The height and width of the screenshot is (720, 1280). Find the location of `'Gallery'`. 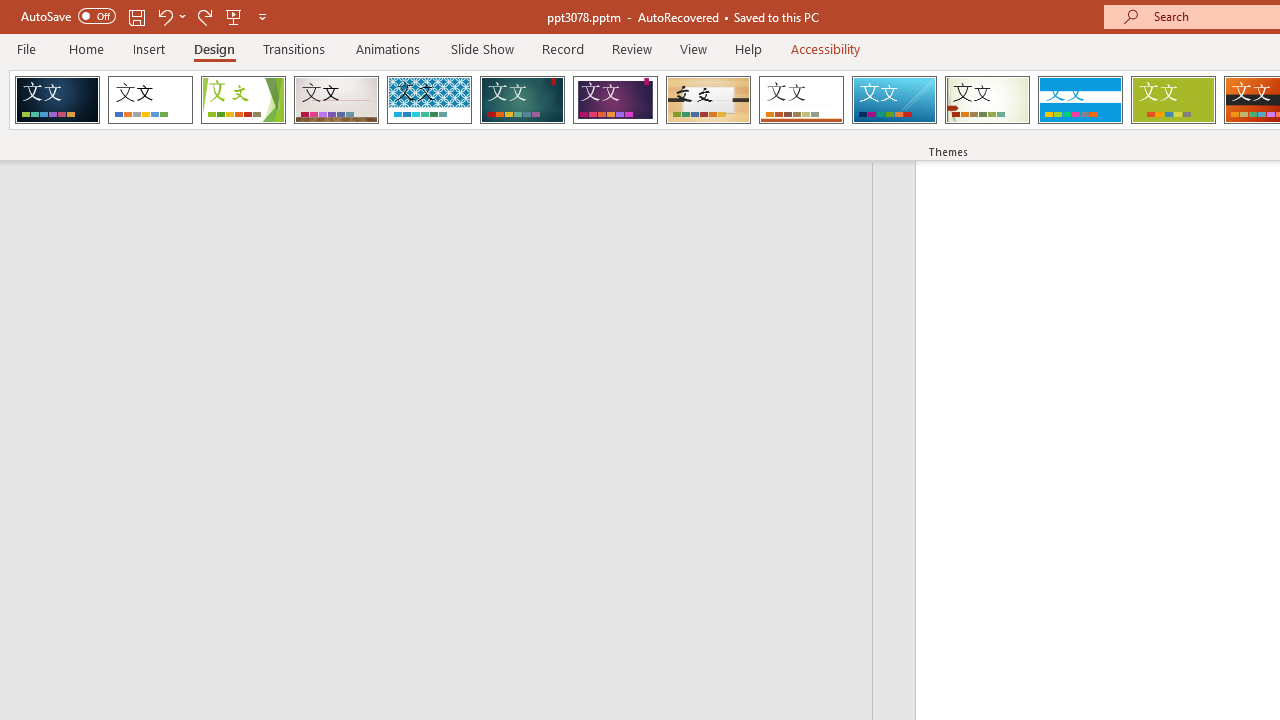

'Gallery' is located at coordinates (336, 100).